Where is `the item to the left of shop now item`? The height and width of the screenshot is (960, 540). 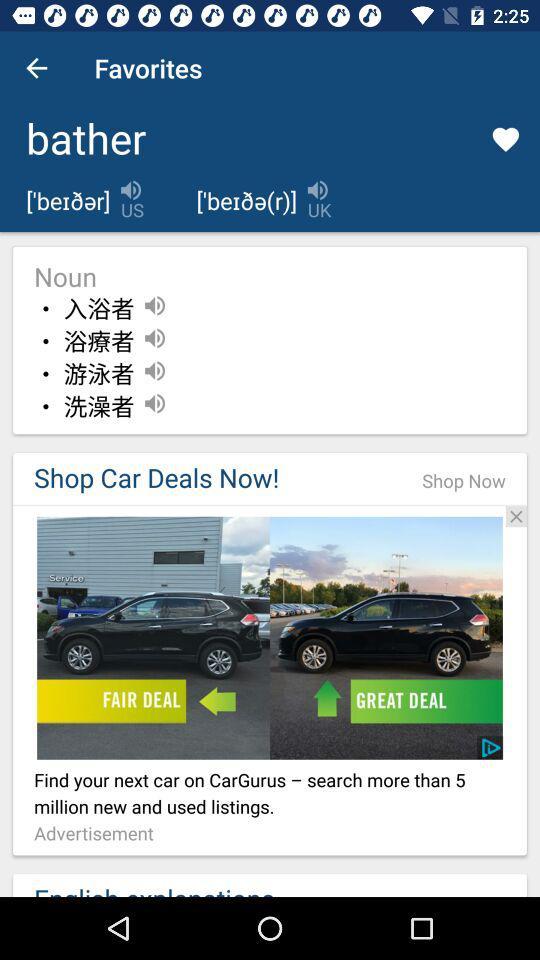
the item to the left of shop now item is located at coordinates (206, 478).